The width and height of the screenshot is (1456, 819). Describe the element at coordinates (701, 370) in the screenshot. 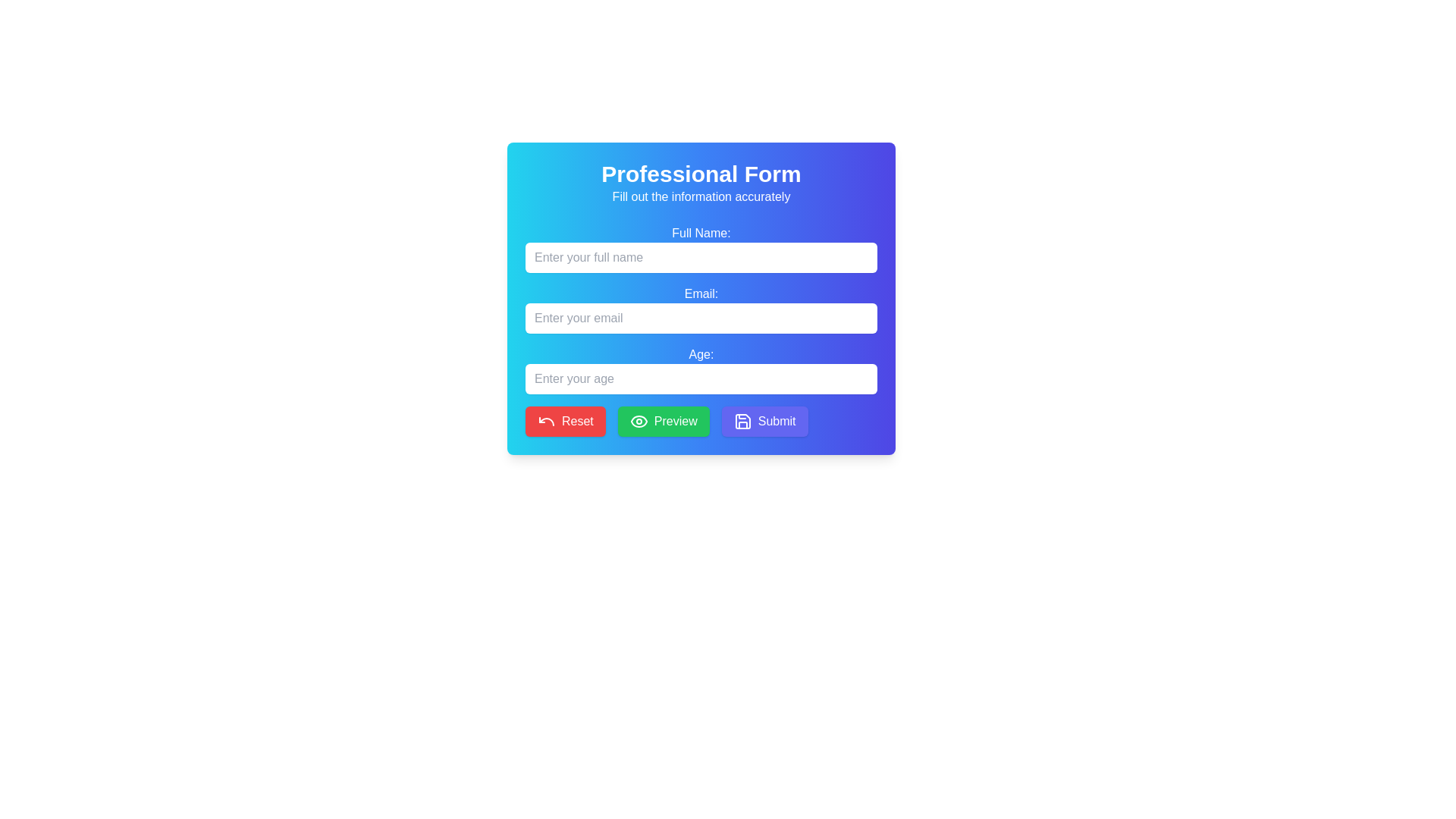

I see `the labeled text input field for numerical input with the label 'Age:'` at that location.